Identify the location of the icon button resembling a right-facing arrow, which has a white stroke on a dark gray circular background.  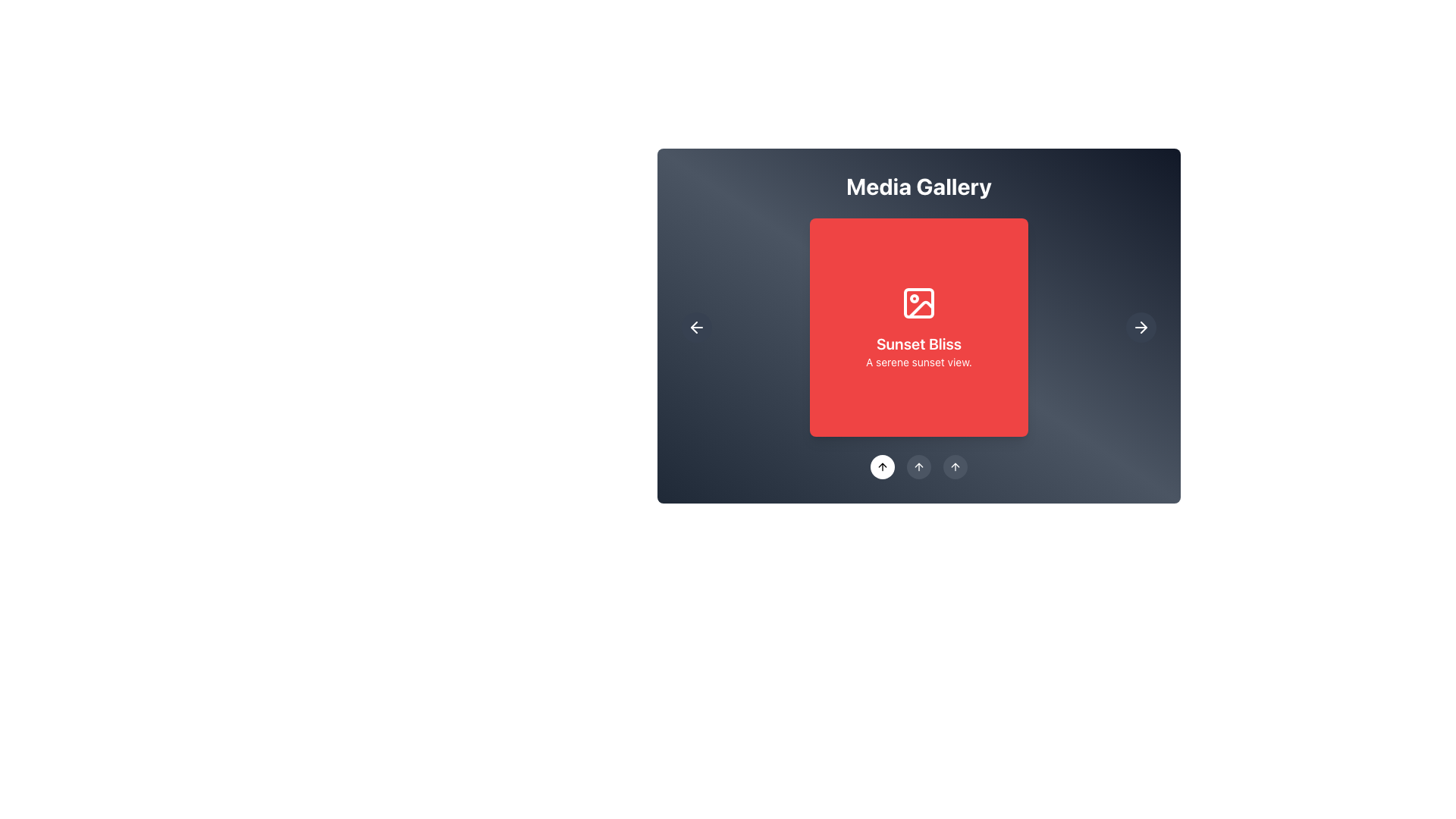
(1141, 327).